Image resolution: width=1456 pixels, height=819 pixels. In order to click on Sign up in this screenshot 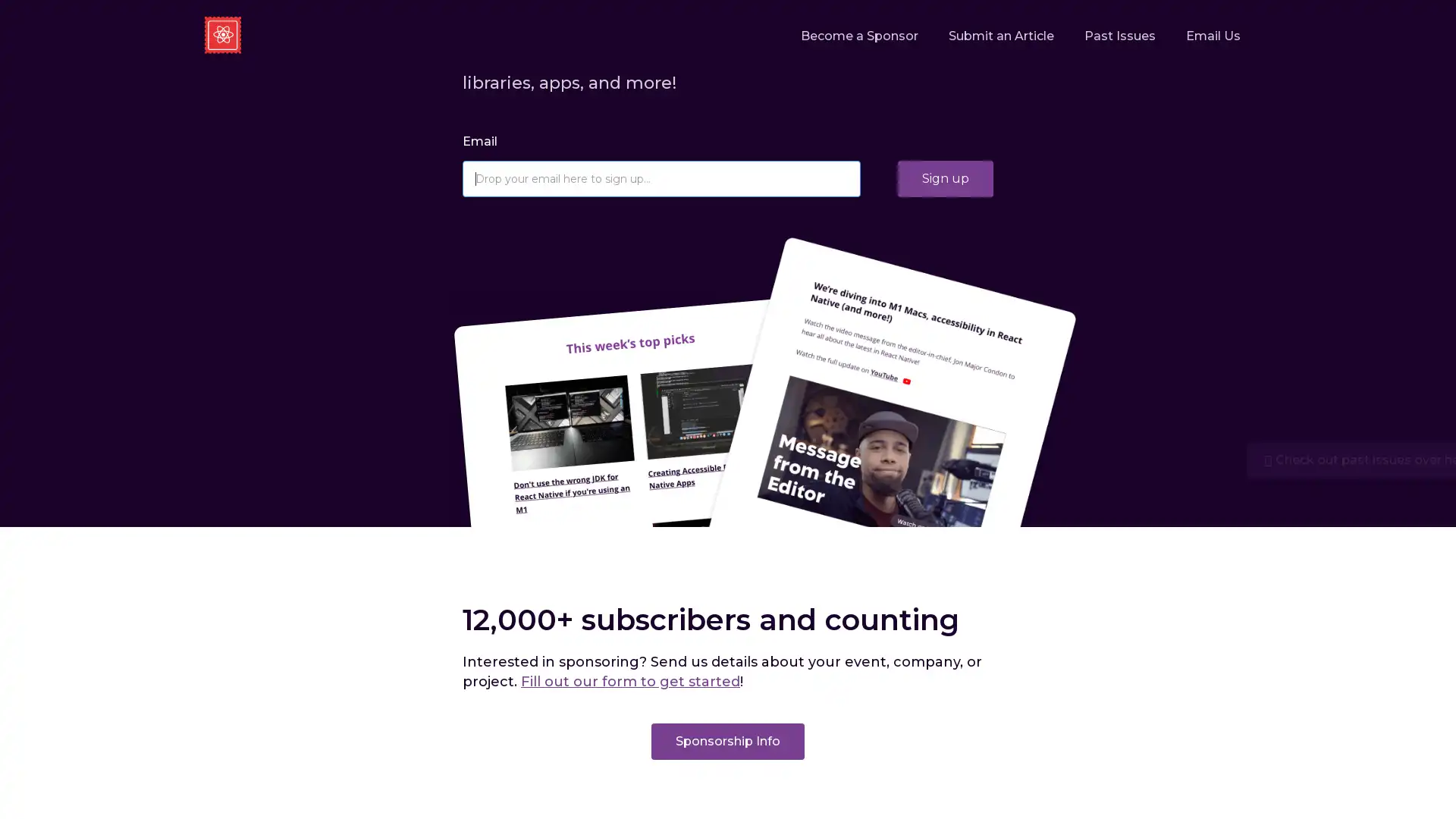, I will do `click(945, 177)`.